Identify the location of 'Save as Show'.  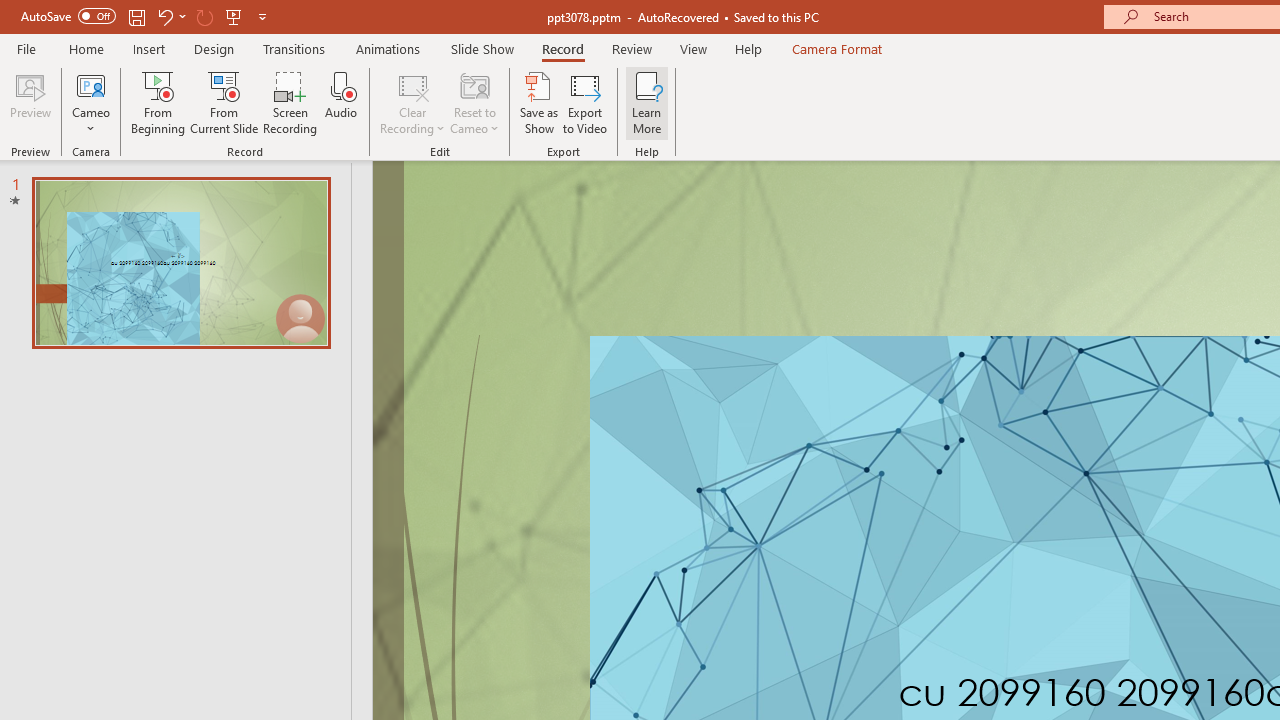
(539, 103).